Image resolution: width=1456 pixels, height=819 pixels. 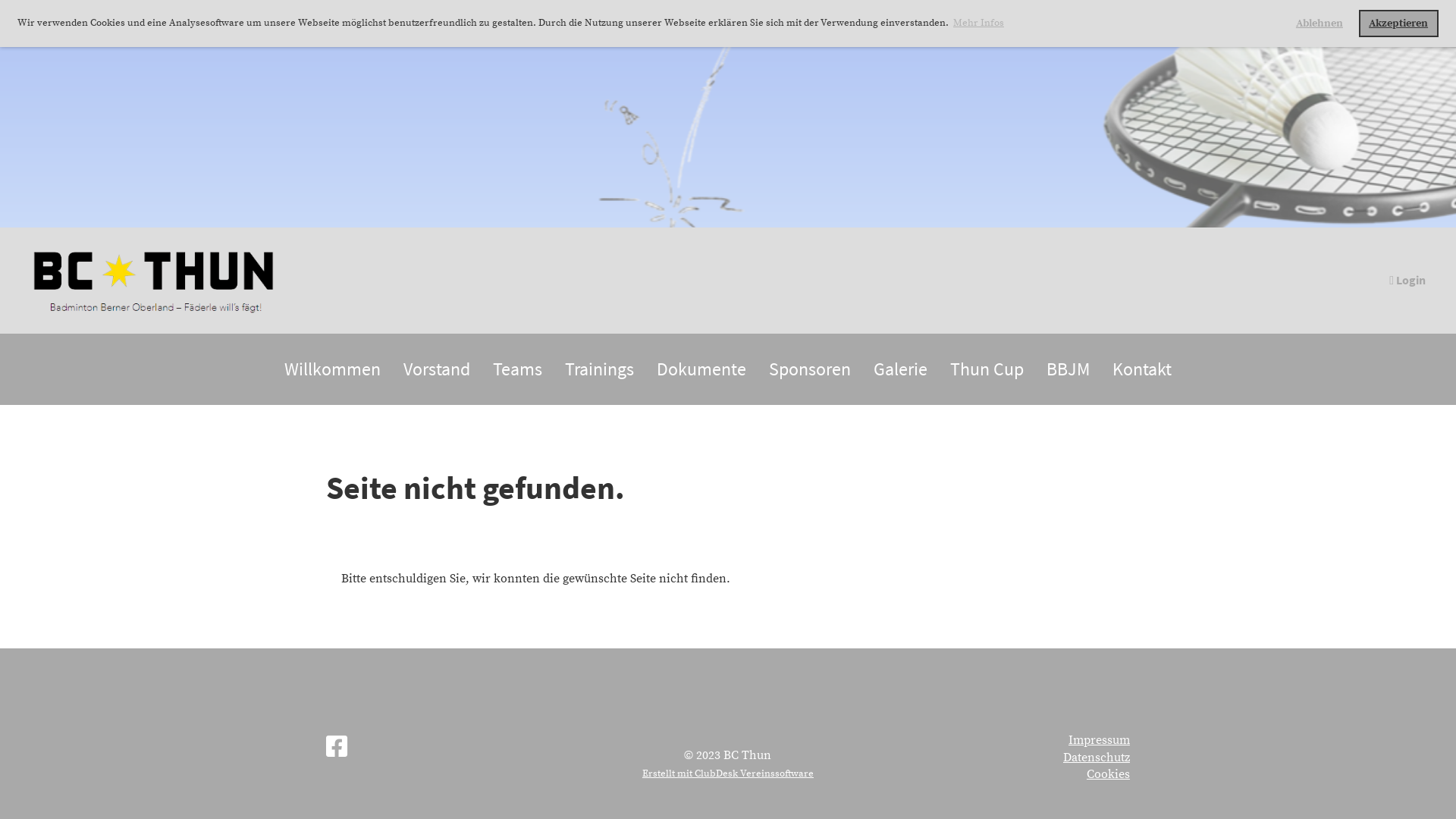 What do you see at coordinates (1318, 23) in the screenshot?
I see `'Ablehnen'` at bounding box center [1318, 23].